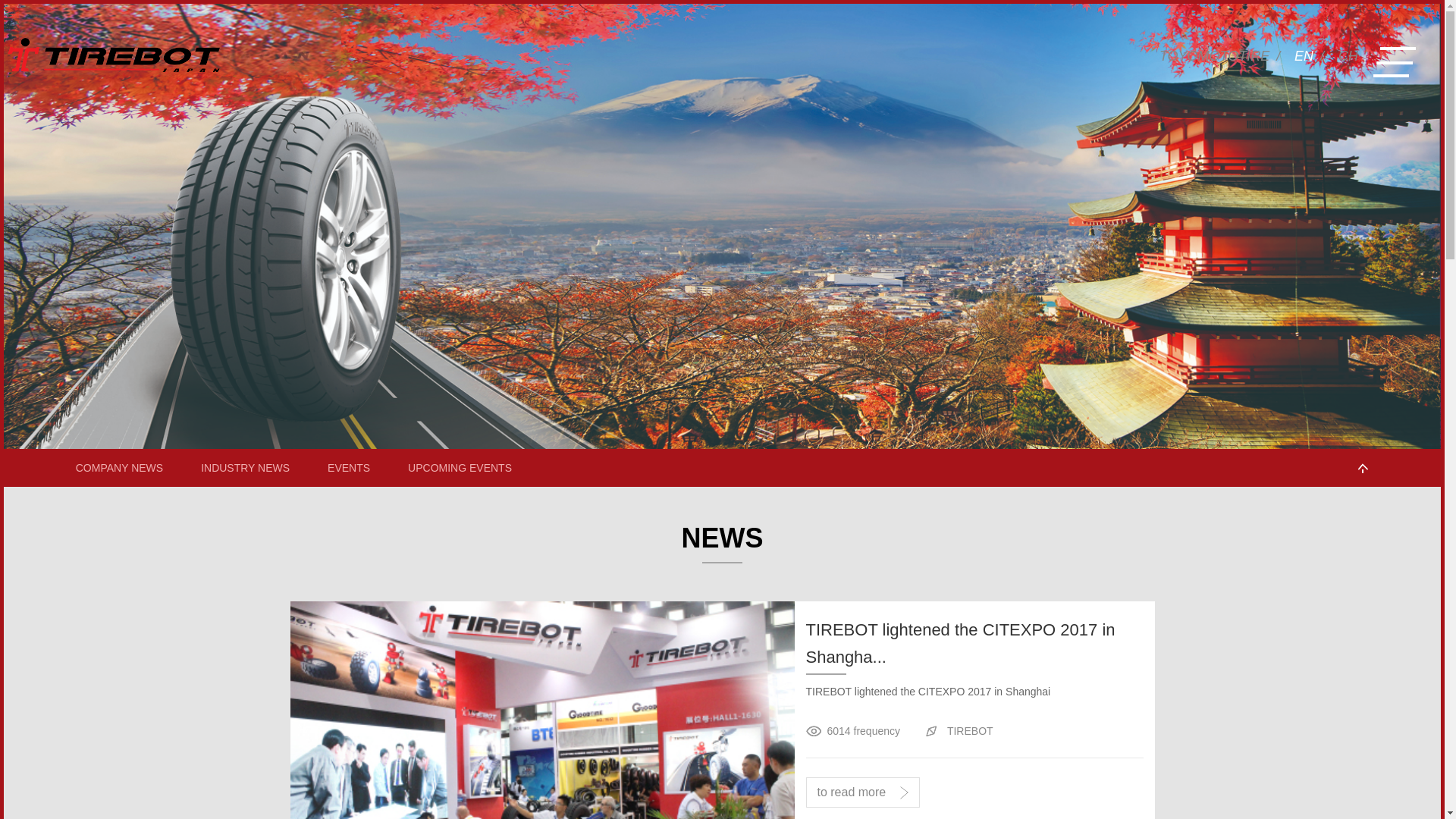  Describe the element at coordinates (1303, 55) in the screenshot. I see `'EN'` at that location.